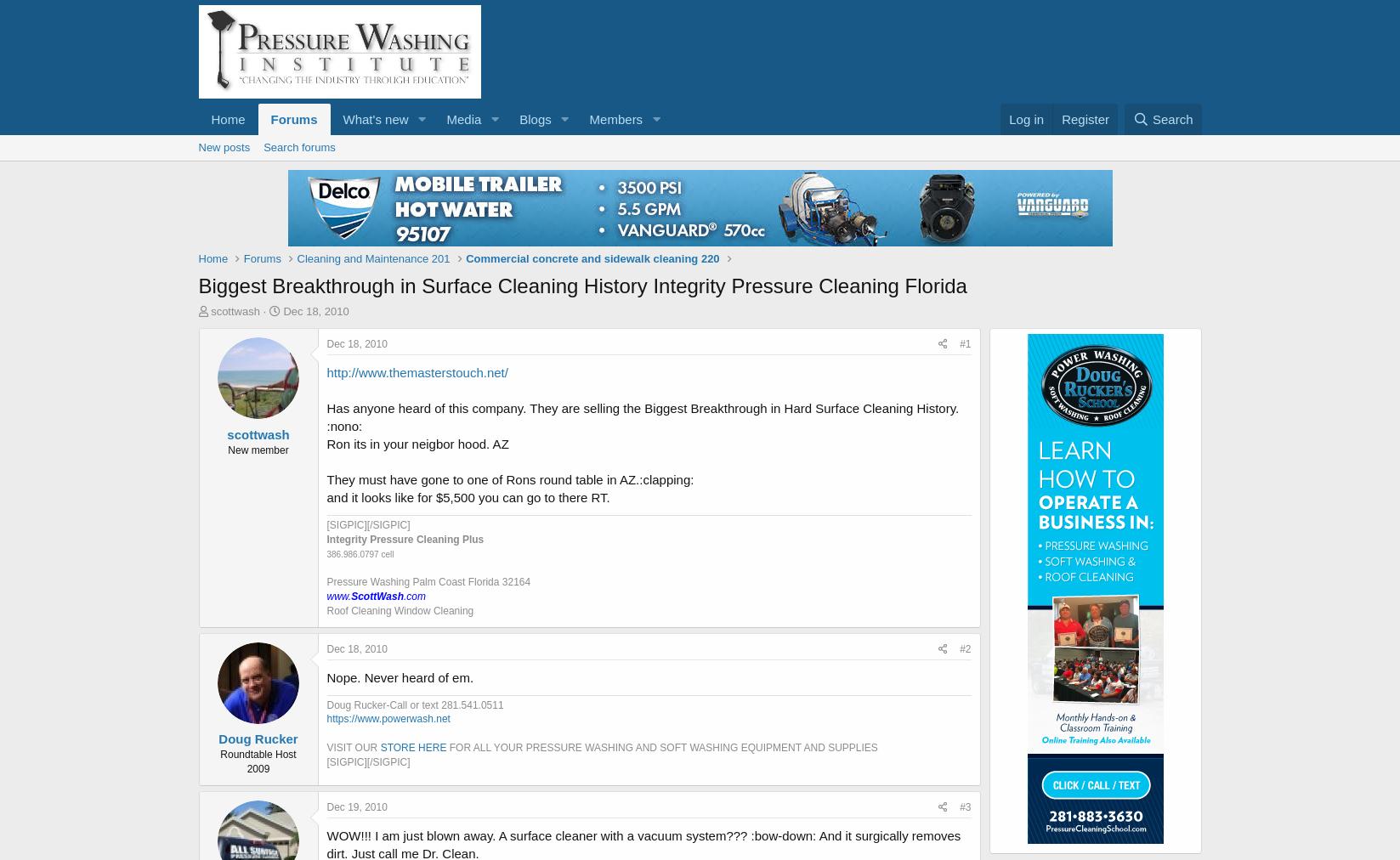 This screenshot has height=860, width=1400. I want to click on 'Search', so click(1151, 119).